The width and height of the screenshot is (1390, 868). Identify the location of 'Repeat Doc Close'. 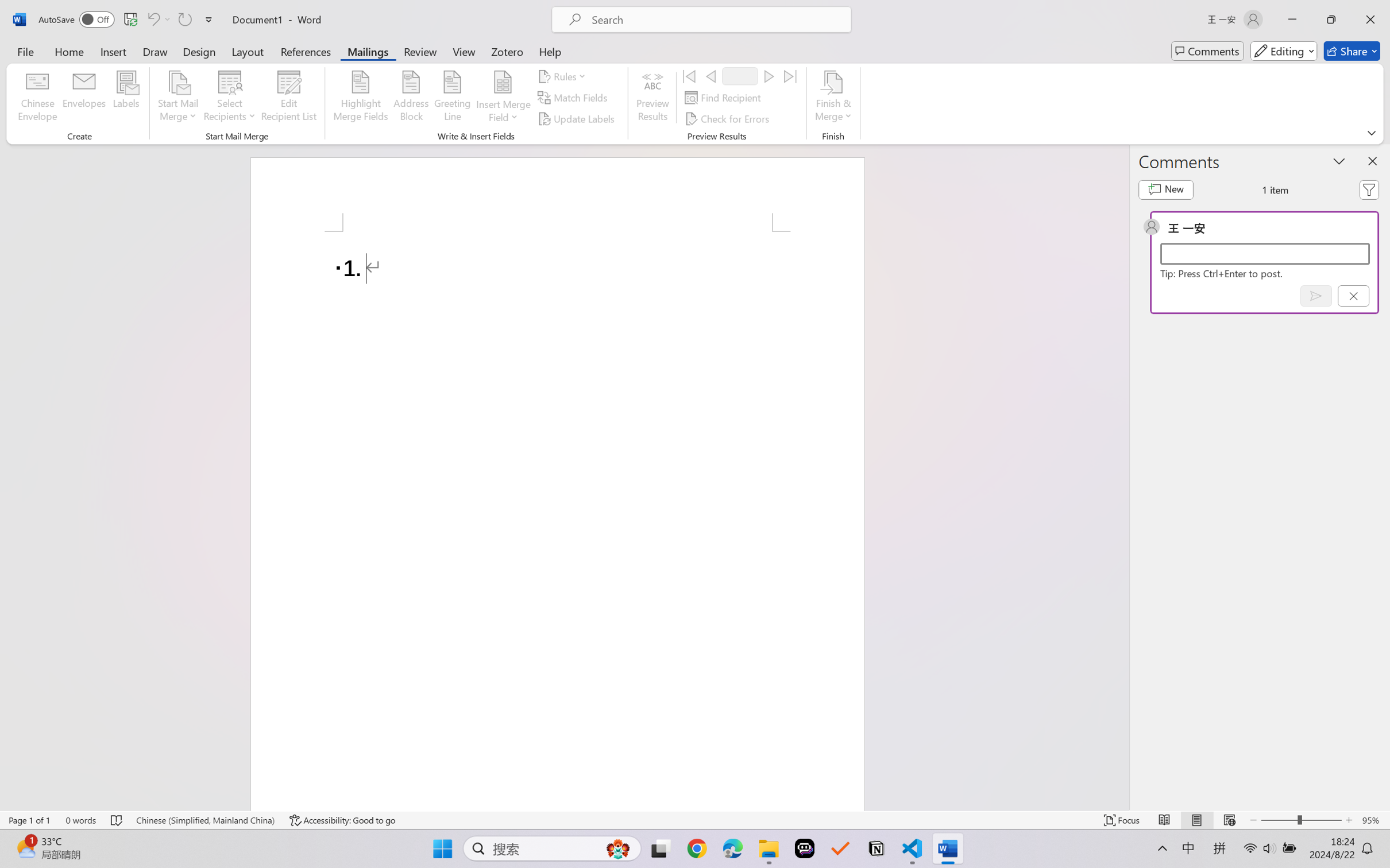
(184, 19).